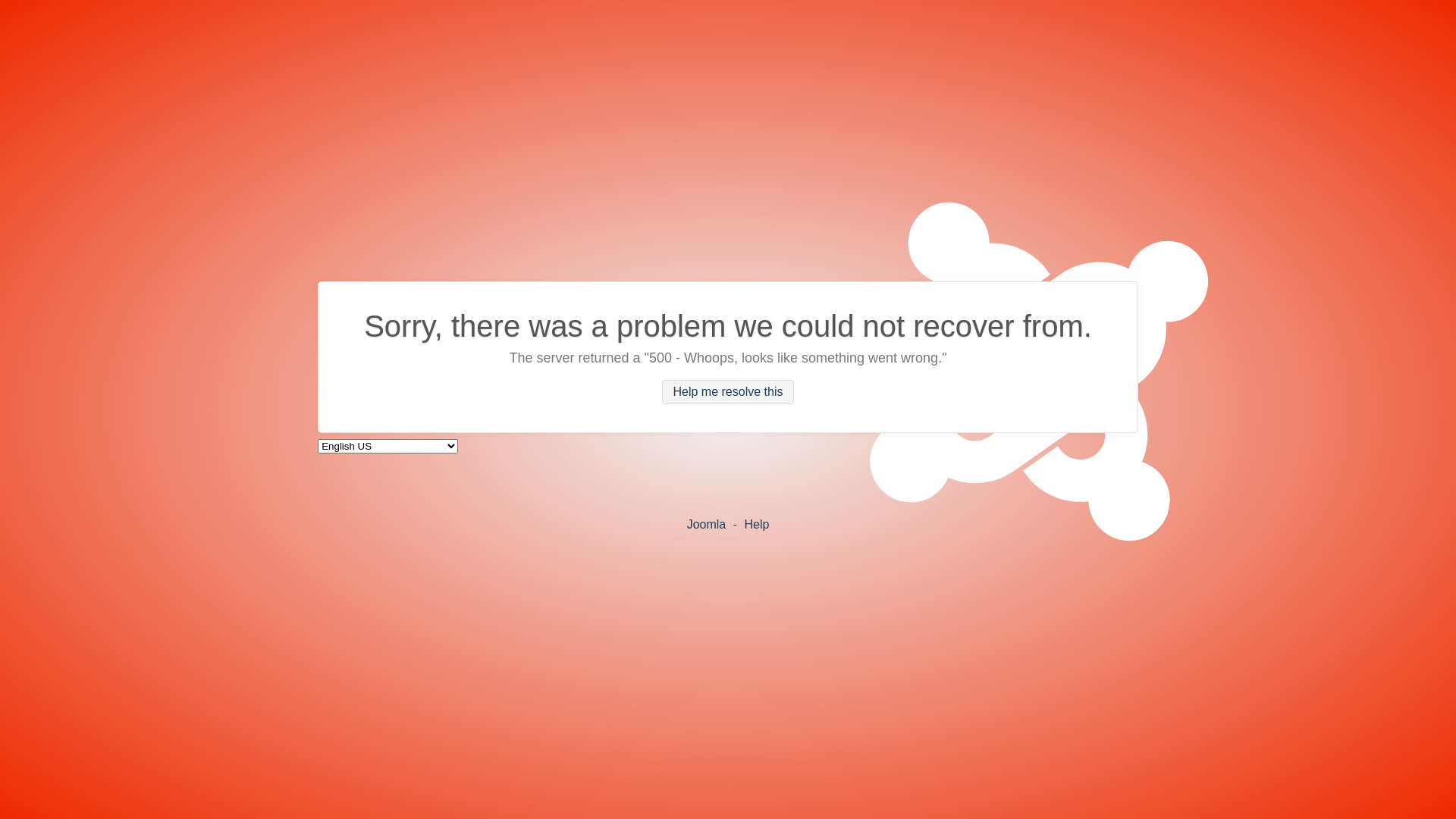 The image size is (1456, 819). Describe the element at coordinates (756, 522) in the screenshot. I see `'Help'` at that location.